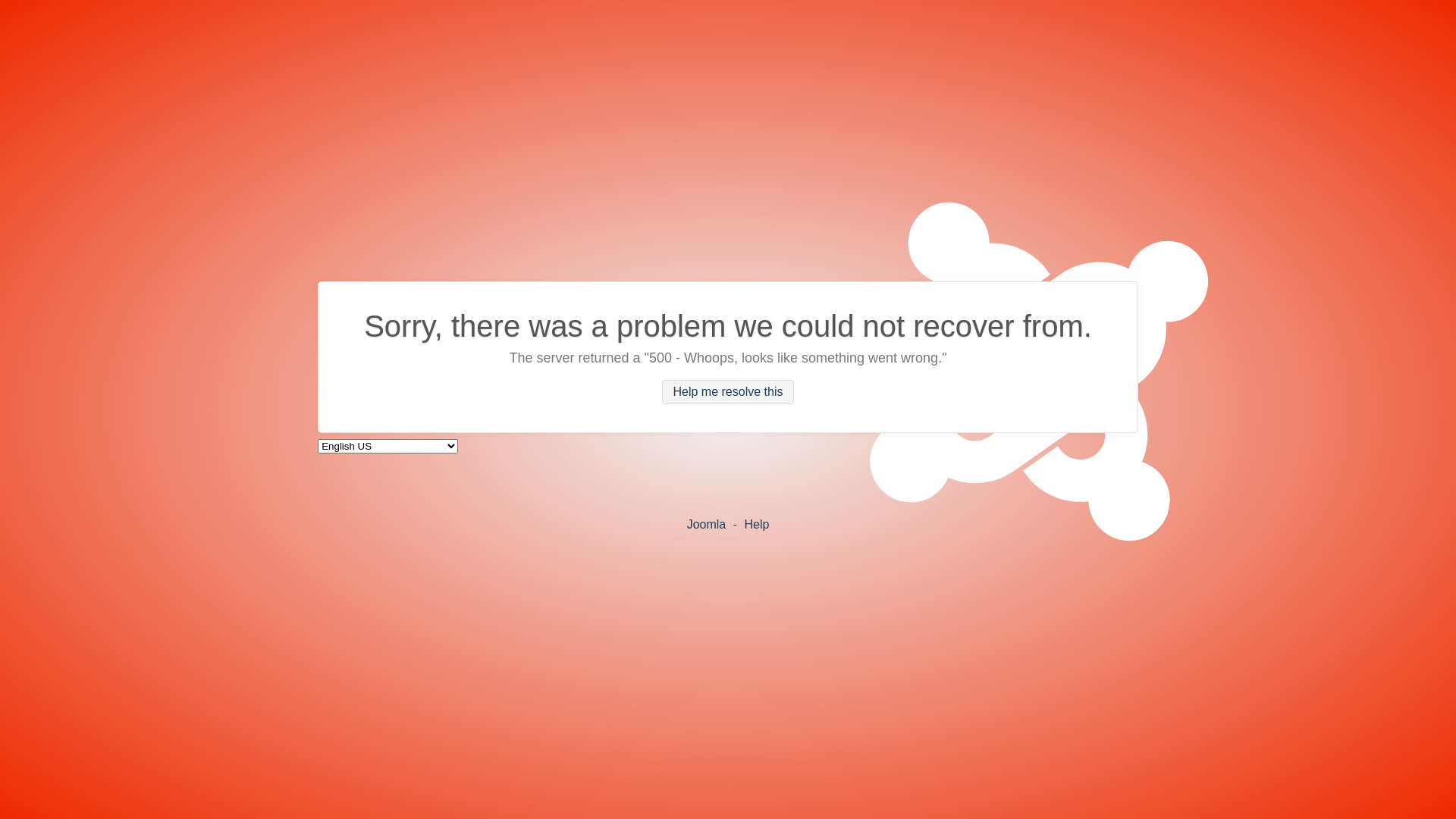 The image size is (1456, 819). Describe the element at coordinates (756, 522) in the screenshot. I see `'Help'` at that location.